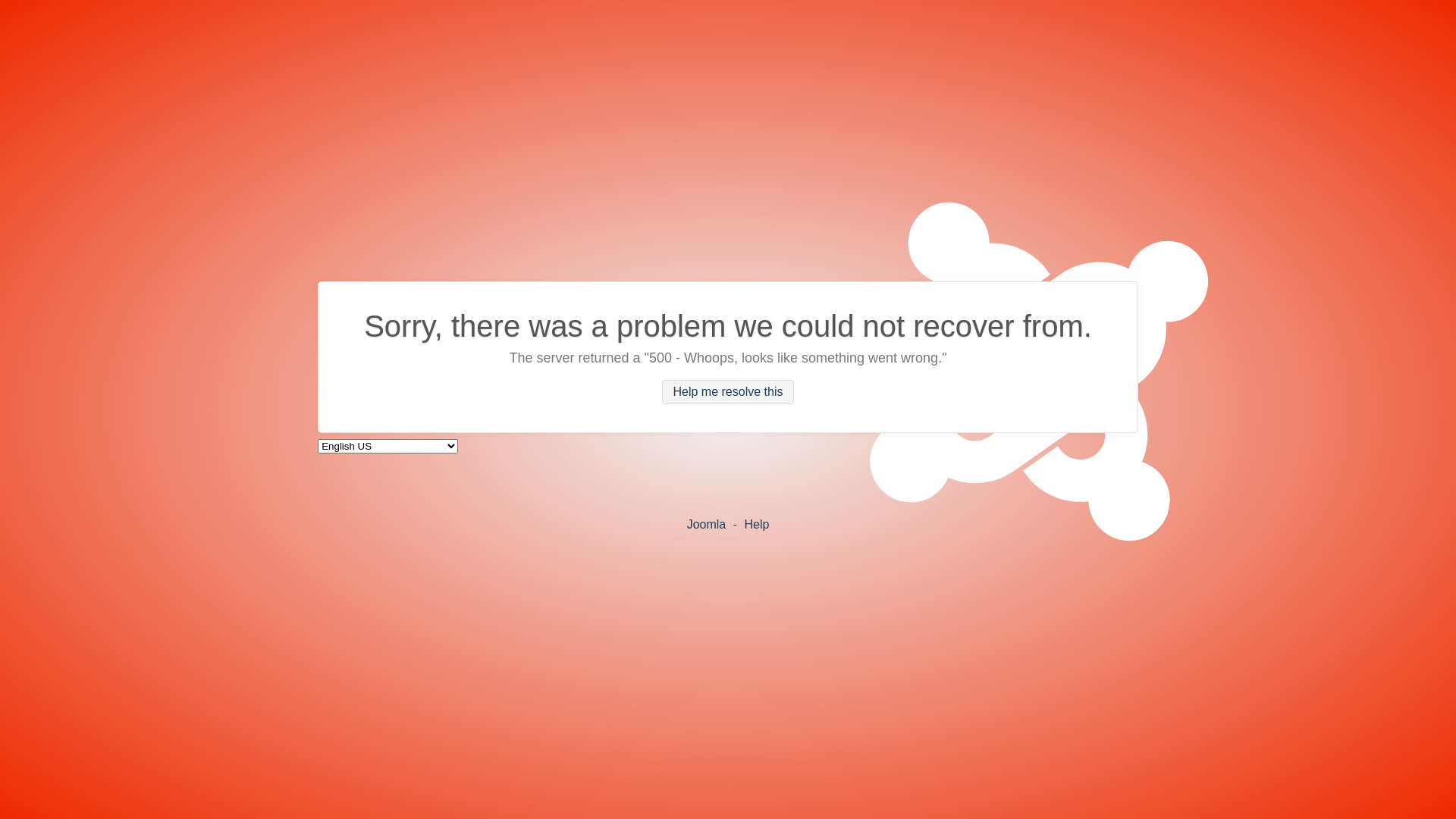 The image size is (1456, 819). Describe the element at coordinates (756, 522) in the screenshot. I see `'Help'` at that location.